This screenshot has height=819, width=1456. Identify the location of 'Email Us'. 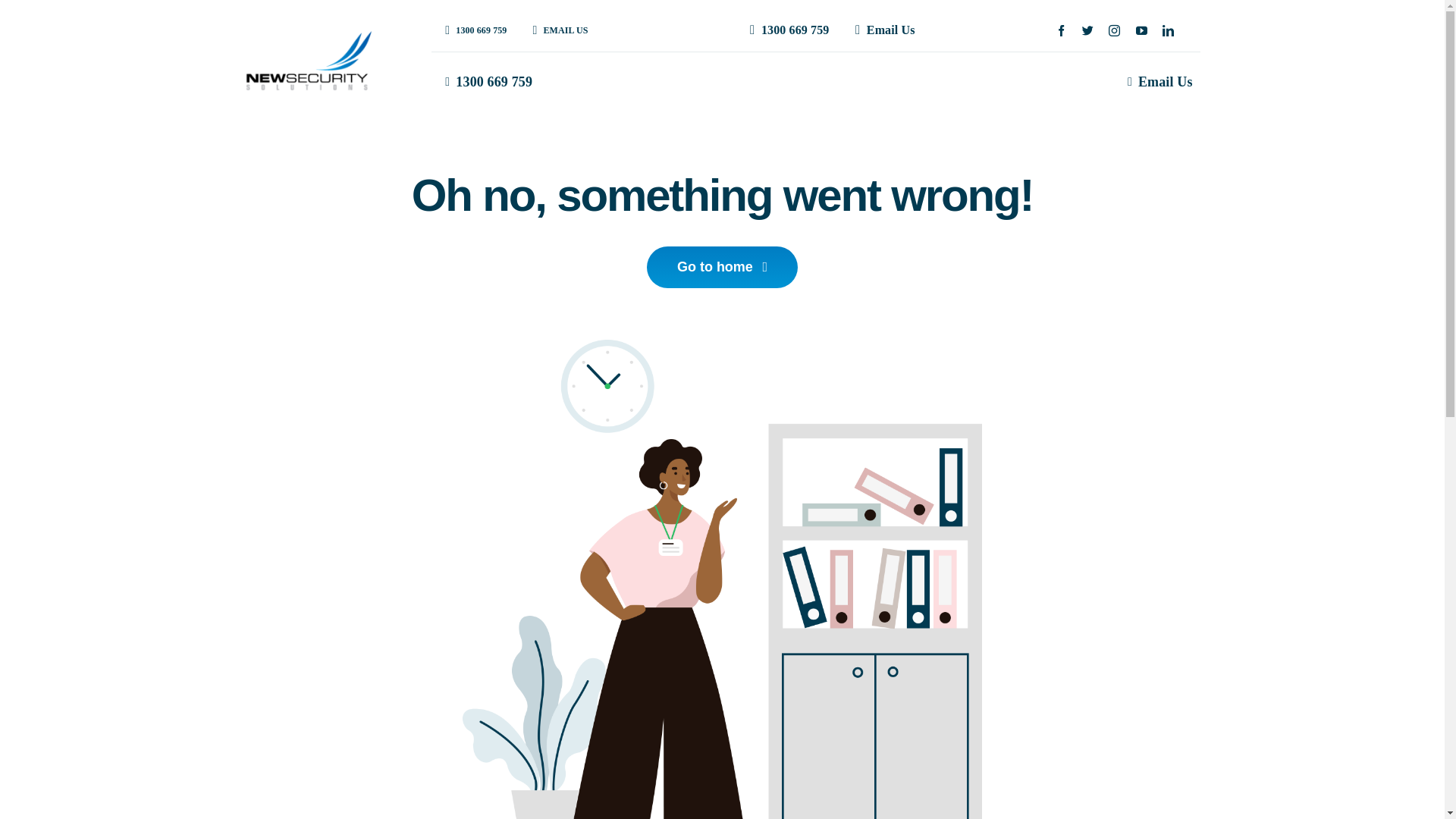
(1156, 82).